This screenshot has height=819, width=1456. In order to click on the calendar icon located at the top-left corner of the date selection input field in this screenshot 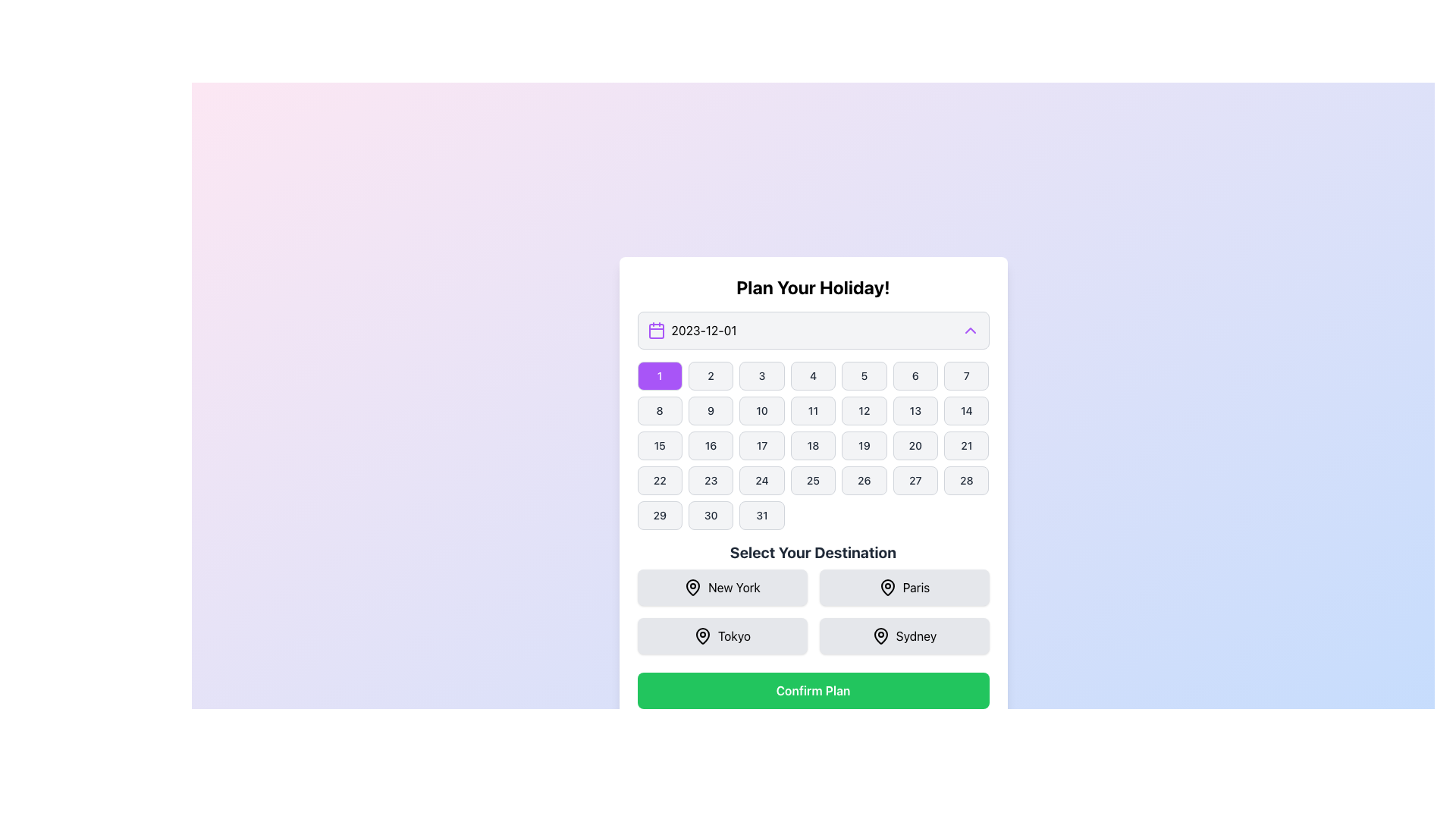, I will do `click(656, 330)`.